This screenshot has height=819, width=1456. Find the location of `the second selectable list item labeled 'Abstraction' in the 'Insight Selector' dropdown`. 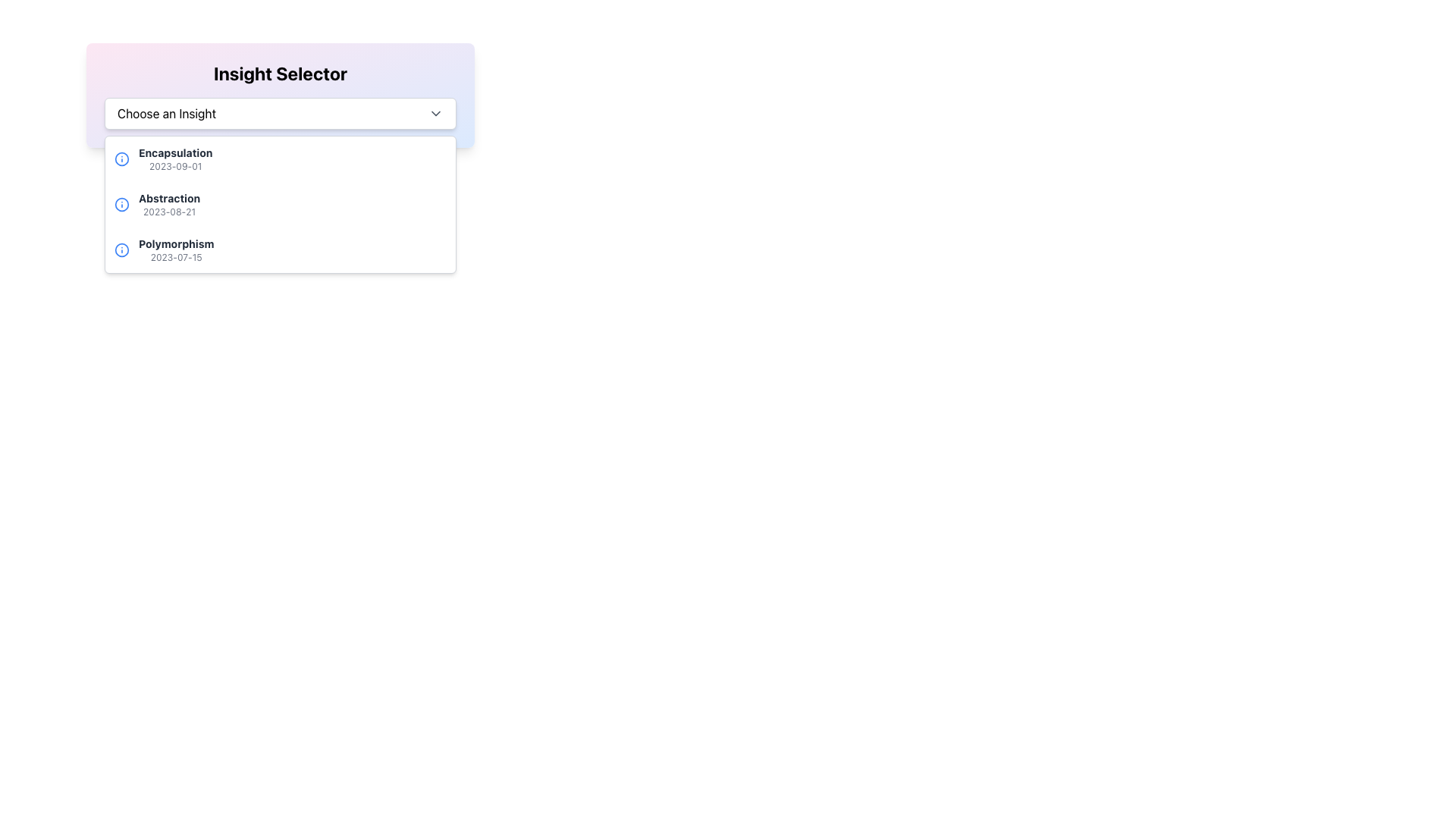

the second selectable list item labeled 'Abstraction' in the 'Insight Selector' dropdown is located at coordinates (169, 205).